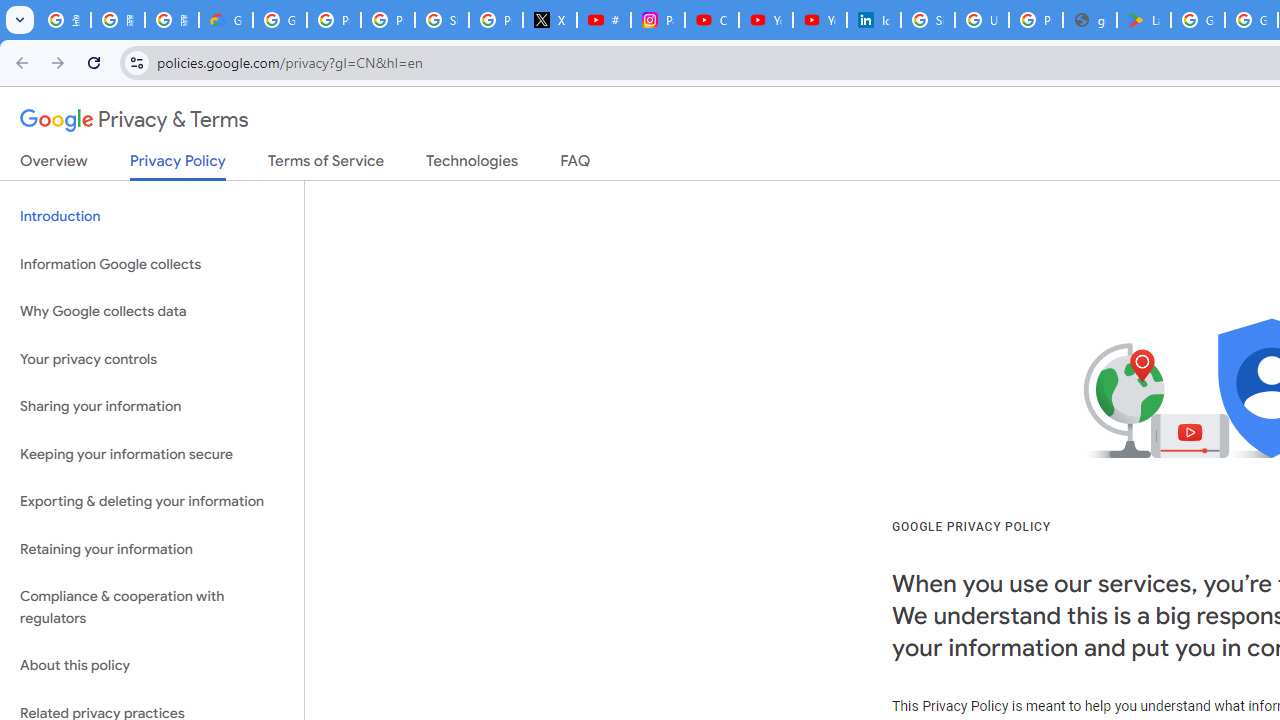  I want to click on 'google_privacy_policy_en.pdf', so click(1088, 20).